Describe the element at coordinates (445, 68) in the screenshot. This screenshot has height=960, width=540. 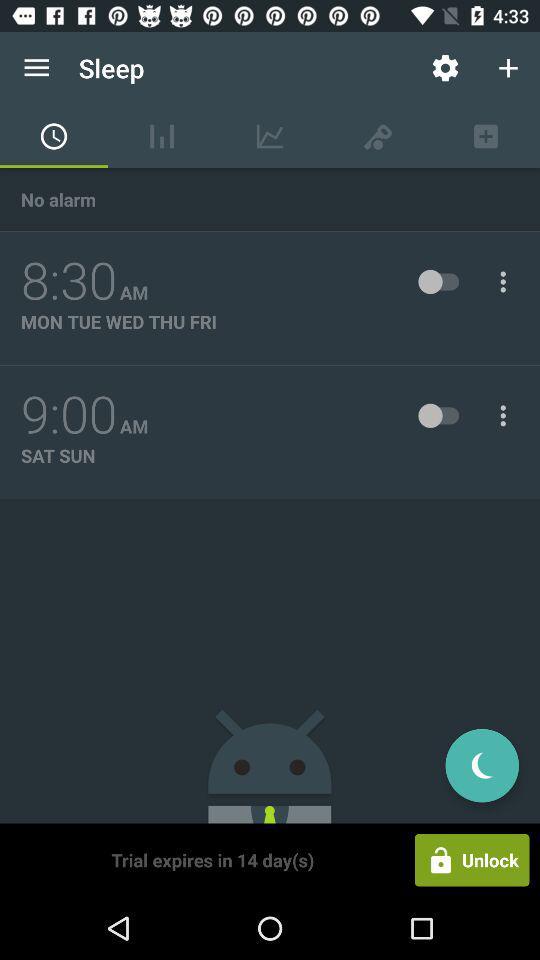
I see `app to the right of the sleep item` at that location.